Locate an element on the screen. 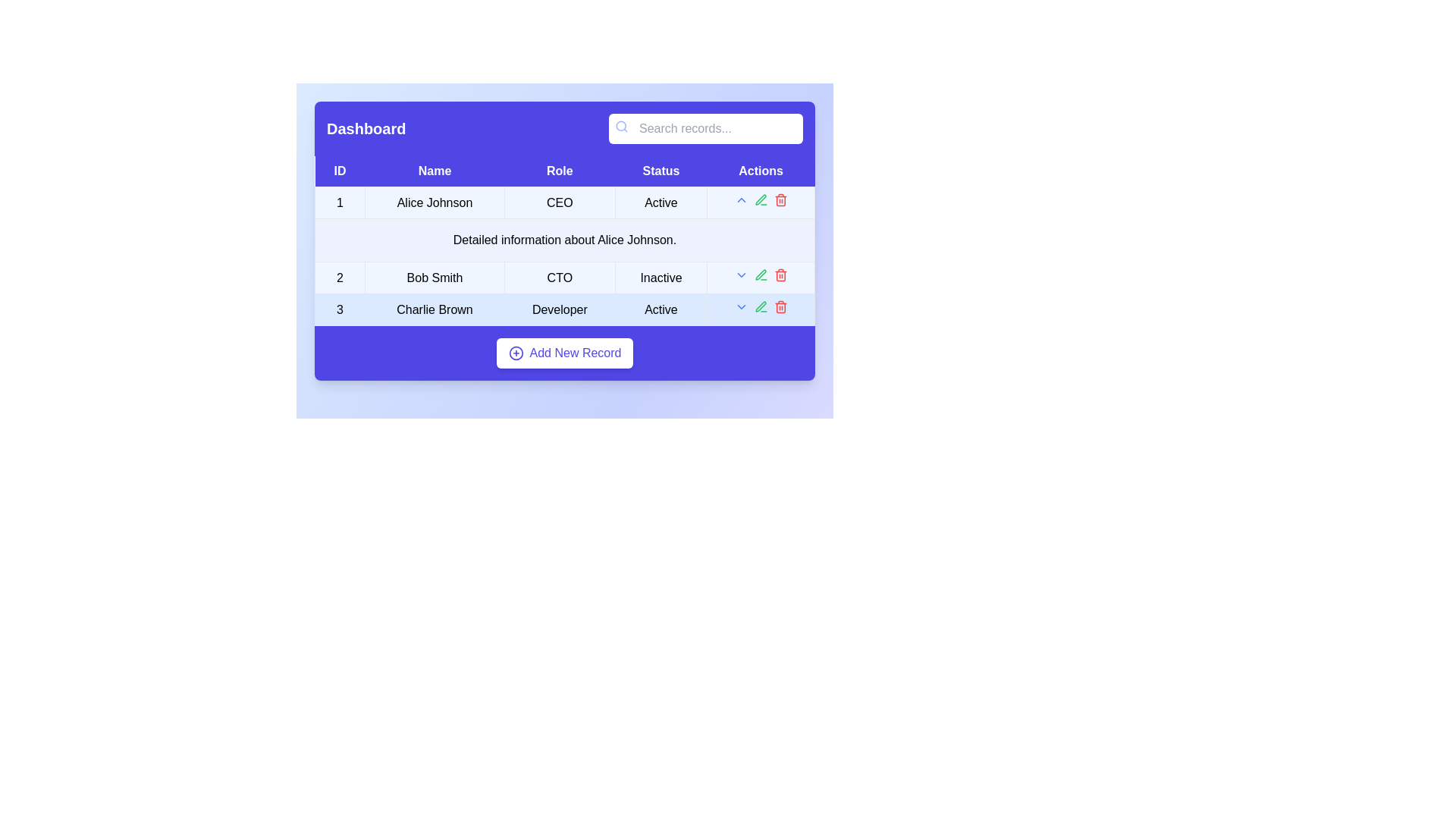 The image size is (1456, 819). the green pencil-like icon is located at coordinates (761, 275).